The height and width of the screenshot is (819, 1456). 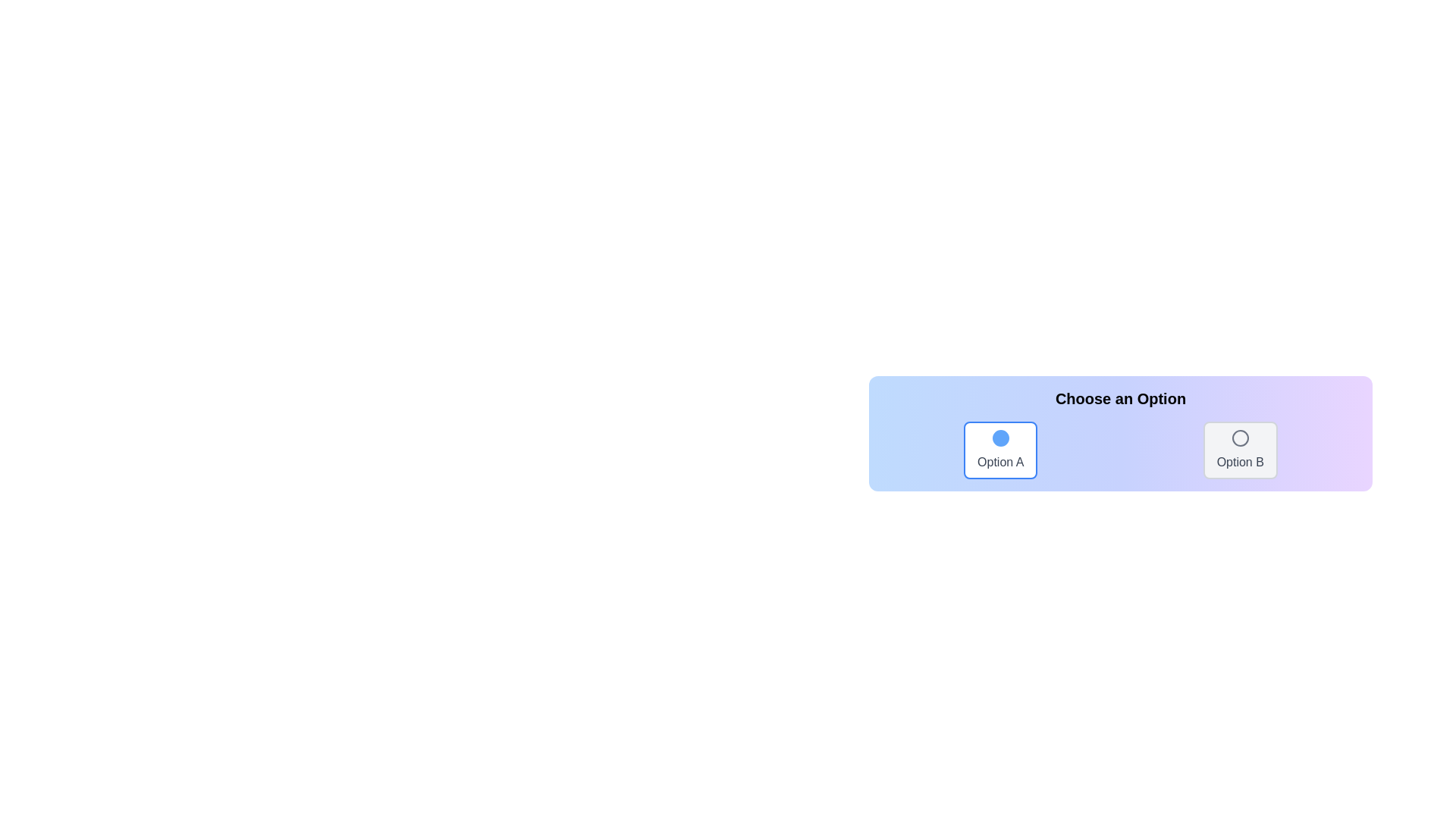 What do you see at coordinates (1240, 438) in the screenshot?
I see `the Radio Button Indicator for Option B, which signifies the selection state for user interaction` at bounding box center [1240, 438].